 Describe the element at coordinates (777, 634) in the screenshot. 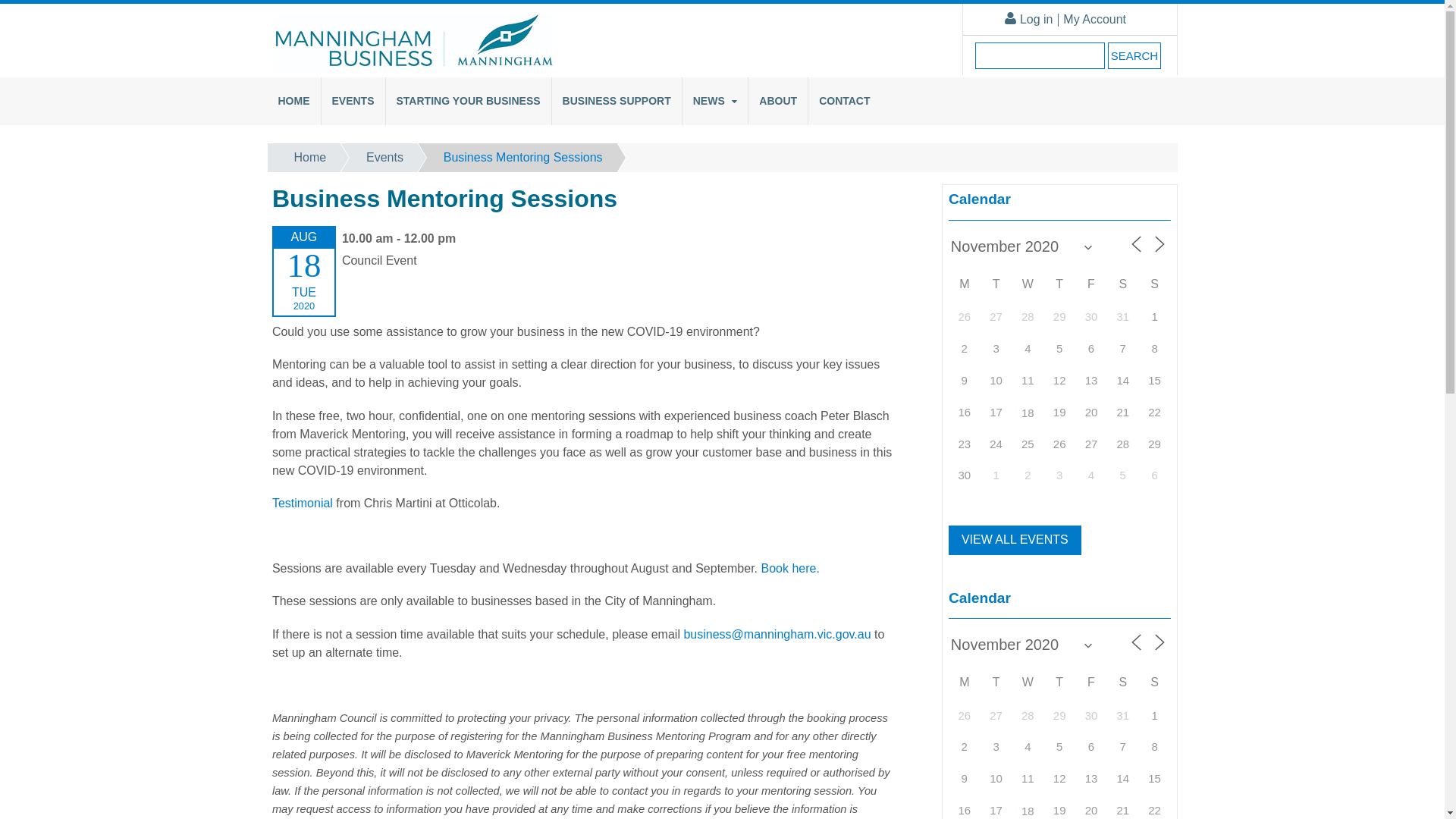

I see `'business@manningham.vic.gov.au'` at that location.